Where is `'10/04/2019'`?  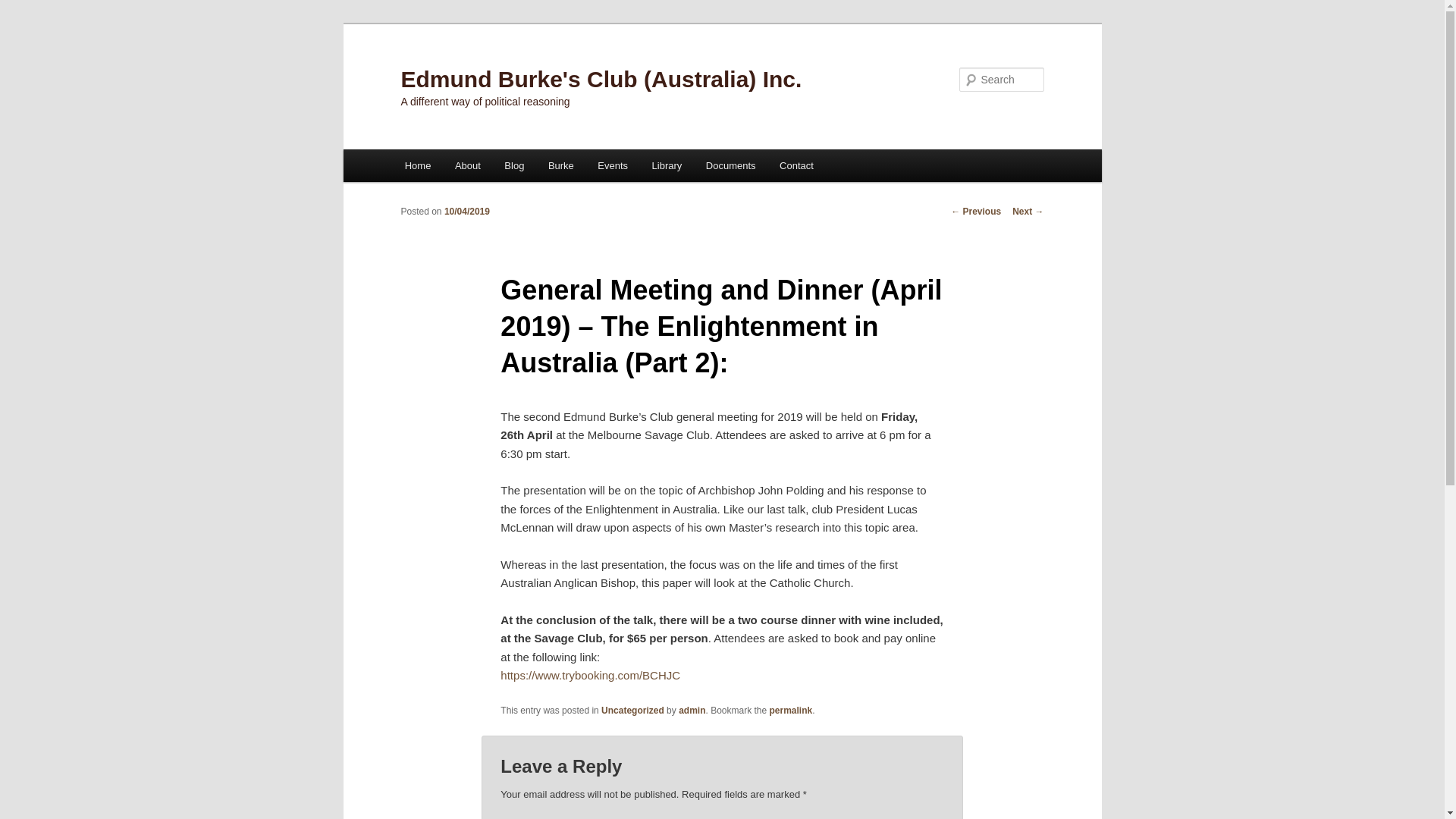
'10/04/2019' is located at coordinates (466, 211).